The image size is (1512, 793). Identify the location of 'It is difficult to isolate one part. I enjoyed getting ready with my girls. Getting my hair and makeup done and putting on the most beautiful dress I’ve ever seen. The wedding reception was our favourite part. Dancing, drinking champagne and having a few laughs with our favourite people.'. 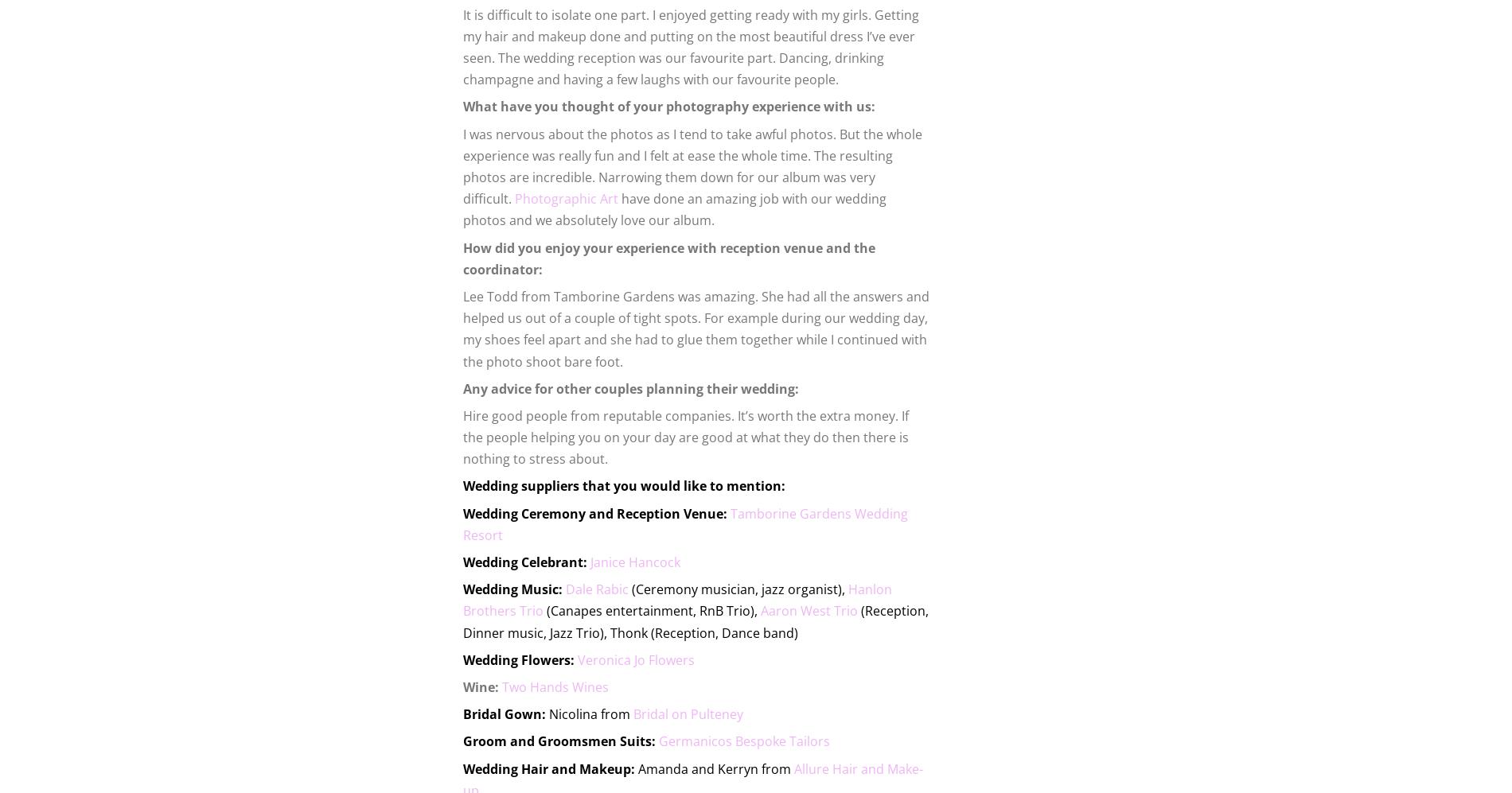
(690, 46).